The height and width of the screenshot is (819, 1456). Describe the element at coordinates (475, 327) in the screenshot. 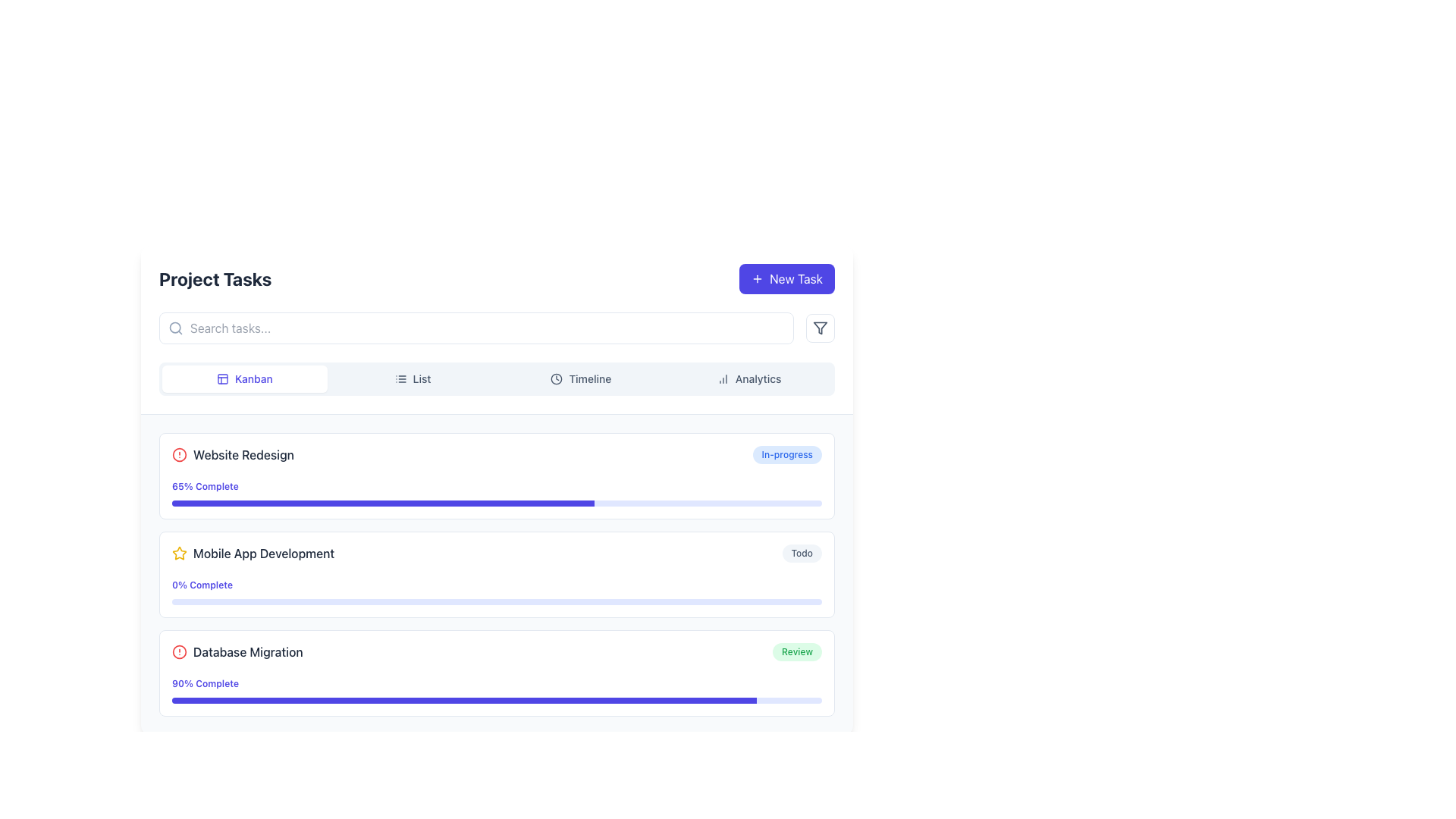

I see `the search bar located below the 'Project Tasks' title to focus input` at that location.